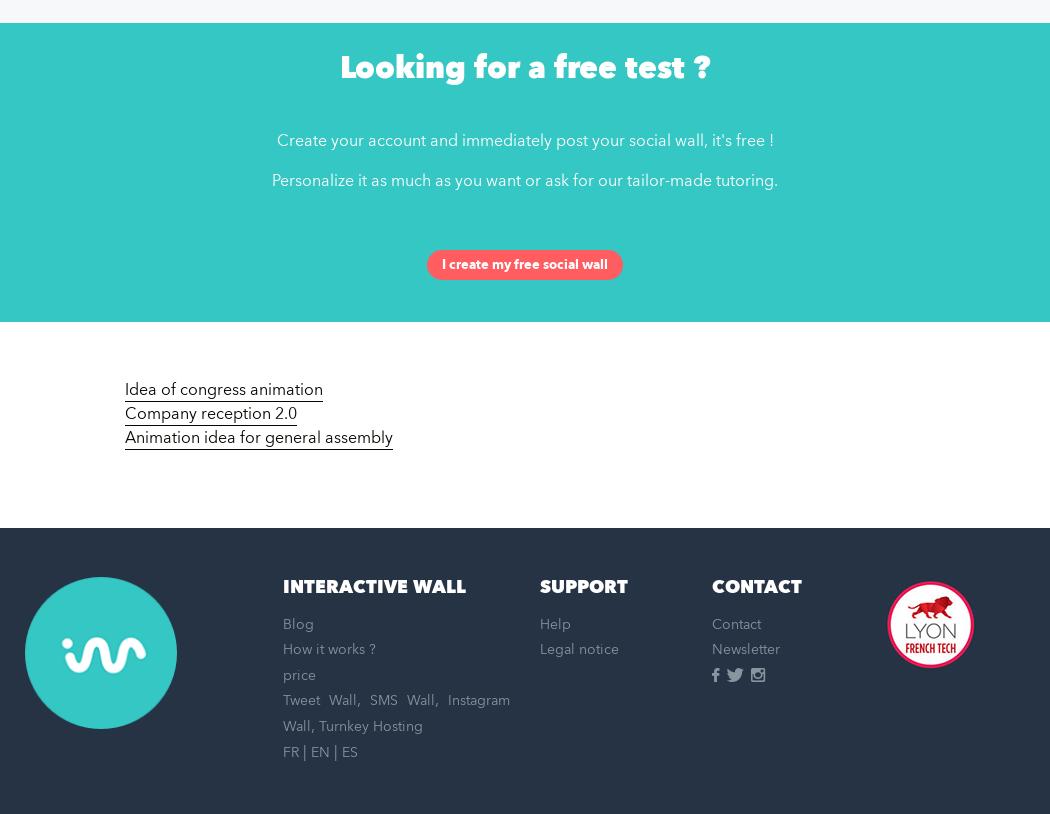 Image resolution: width=1050 pixels, height=814 pixels. Describe the element at coordinates (259, 437) in the screenshot. I see `'Animation idea for general assembly'` at that location.